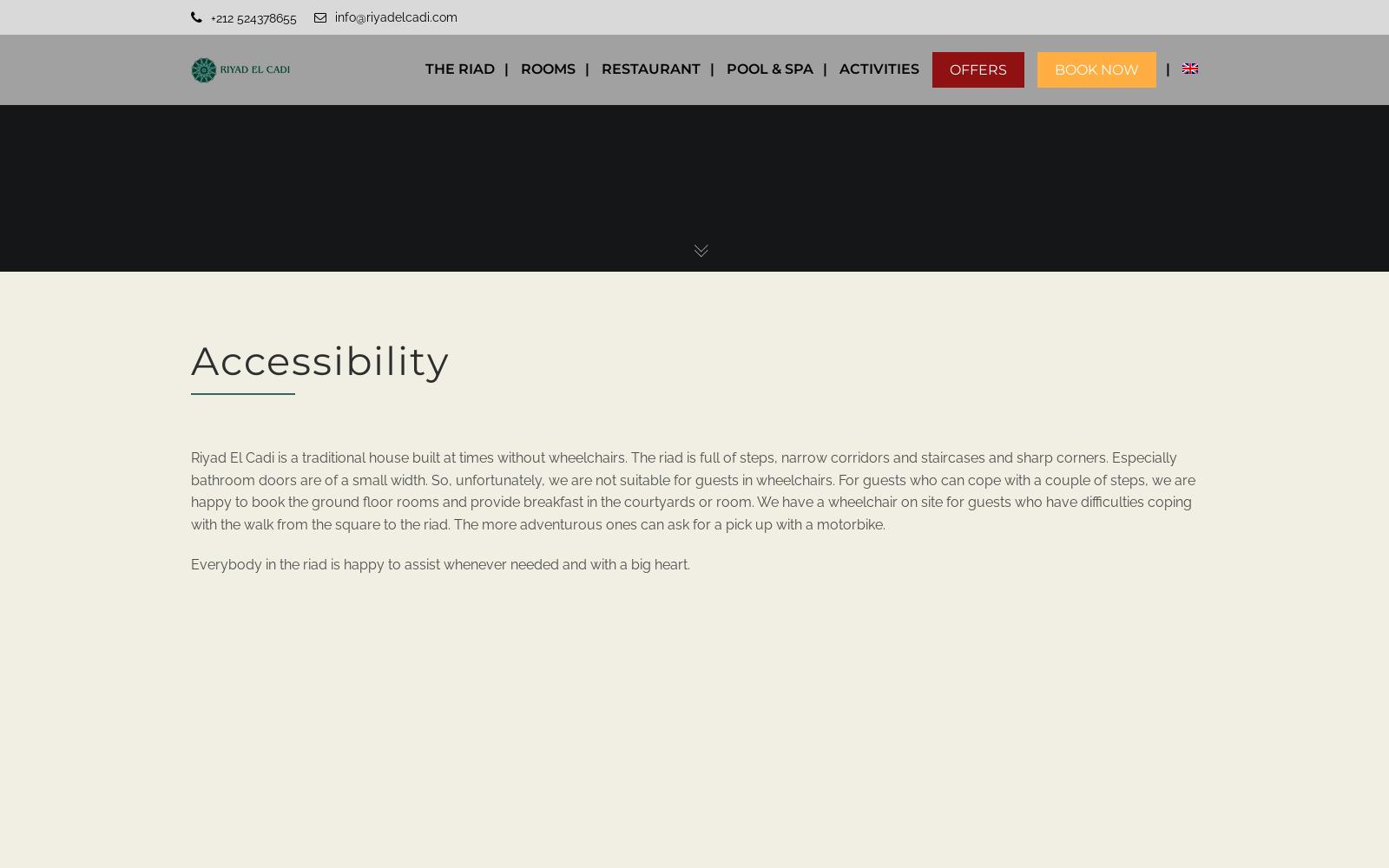 The height and width of the screenshot is (868, 1389). I want to click on 'Marrakech', so click(889, 186).